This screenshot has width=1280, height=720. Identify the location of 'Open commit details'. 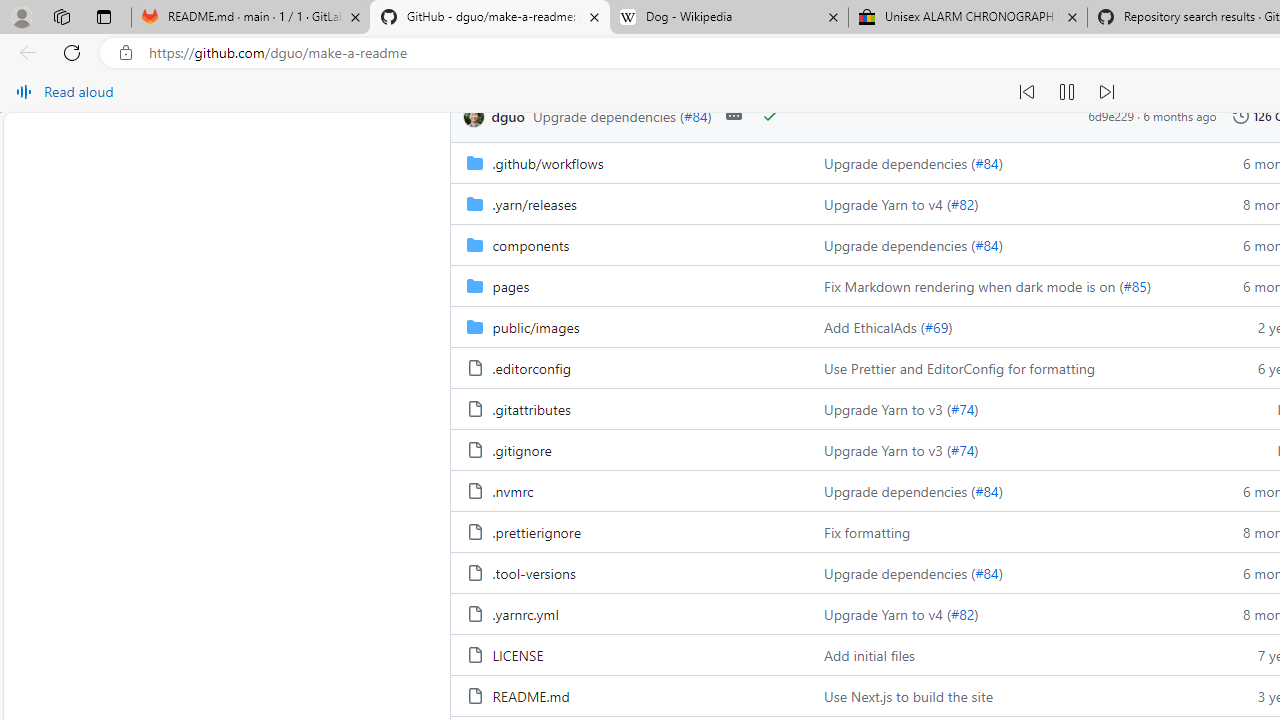
(732, 116).